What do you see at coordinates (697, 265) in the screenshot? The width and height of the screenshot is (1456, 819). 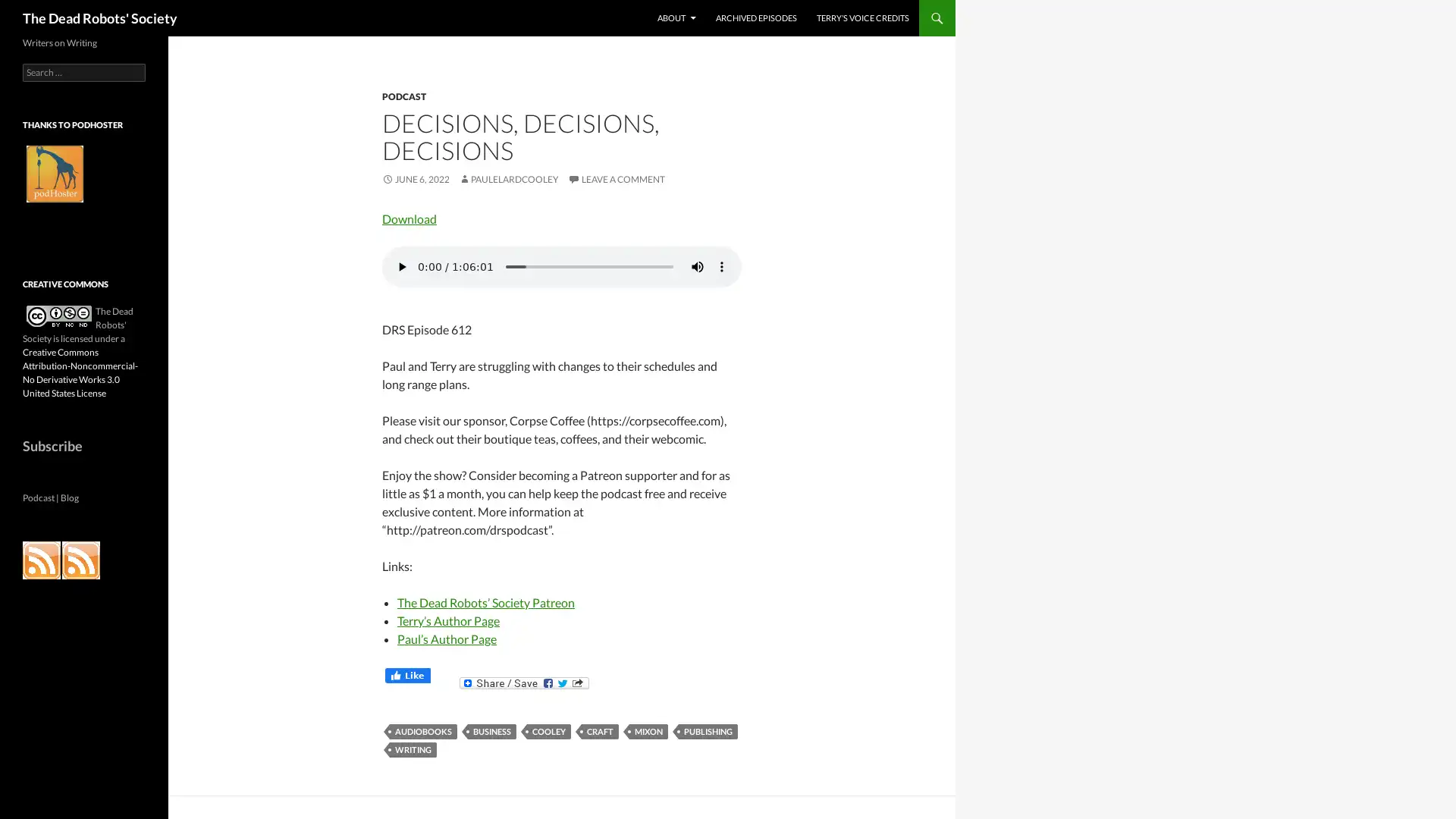 I see `mute` at bounding box center [697, 265].